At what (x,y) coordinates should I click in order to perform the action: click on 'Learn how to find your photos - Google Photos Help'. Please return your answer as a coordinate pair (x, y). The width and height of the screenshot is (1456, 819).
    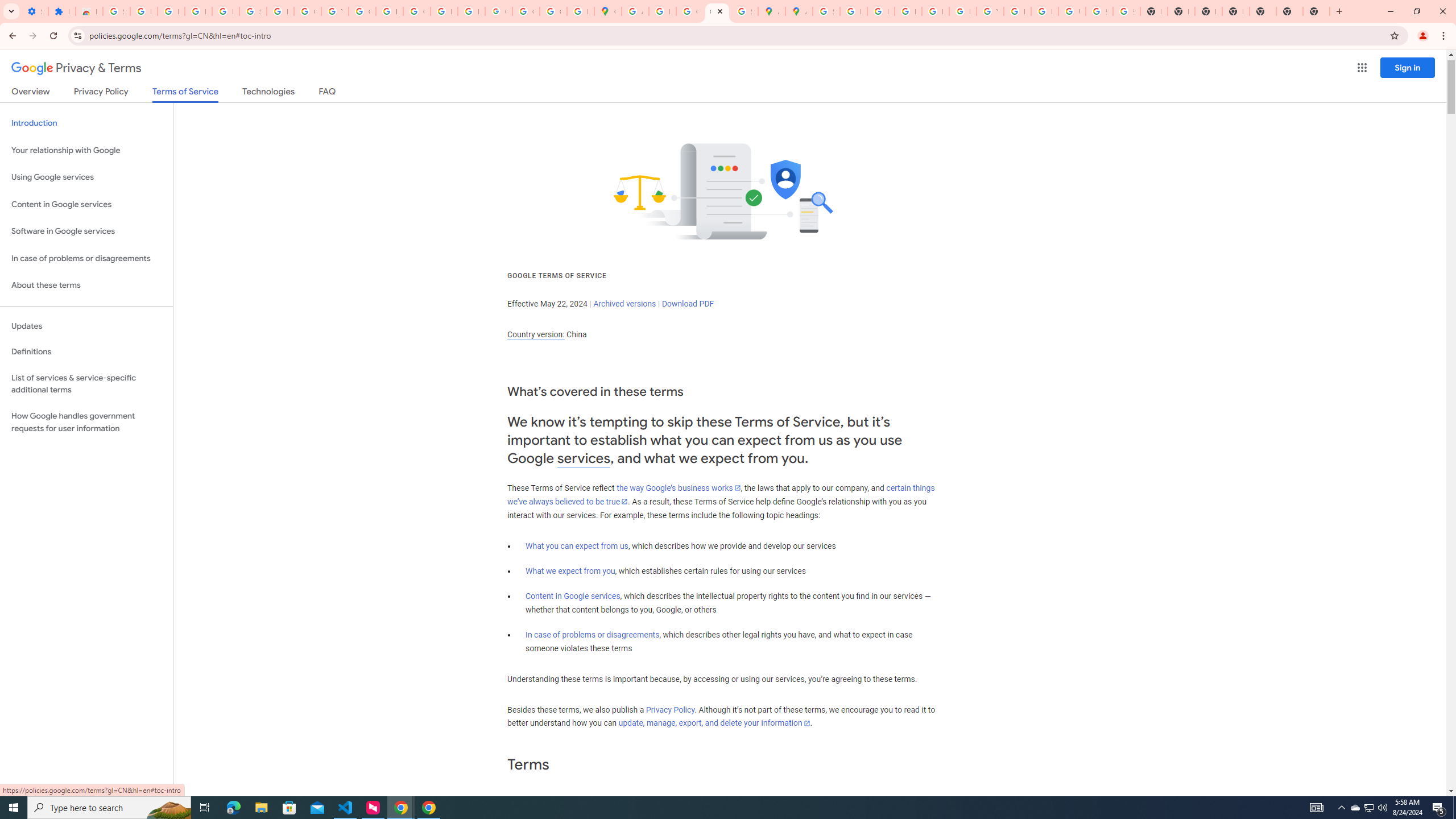
    Looking at the image, I should click on (197, 11).